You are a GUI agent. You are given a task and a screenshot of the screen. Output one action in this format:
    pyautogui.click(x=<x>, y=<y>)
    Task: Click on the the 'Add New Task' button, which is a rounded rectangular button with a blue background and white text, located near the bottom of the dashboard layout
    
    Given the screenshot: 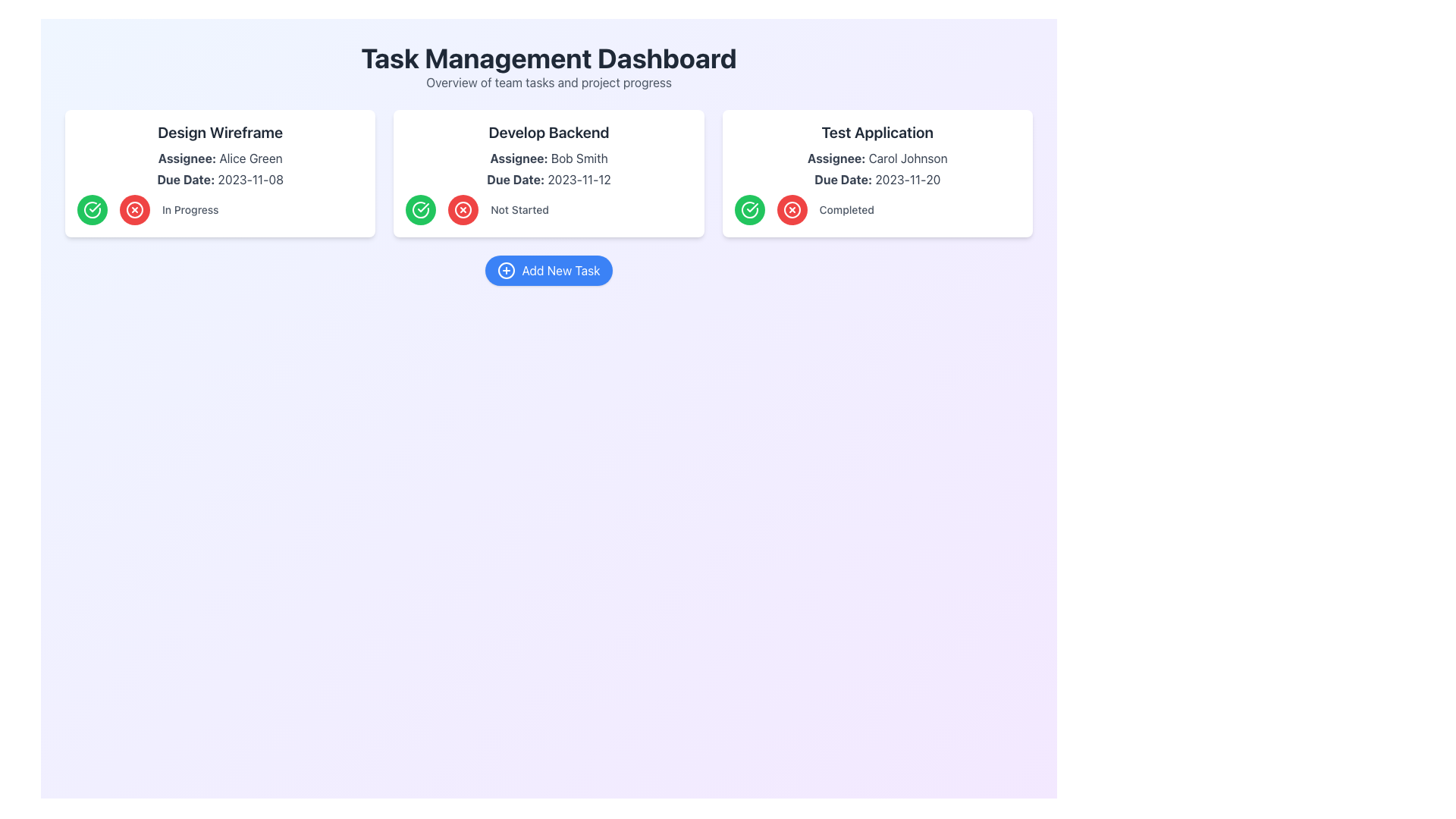 What is the action you would take?
    pyautogui.click(x=548, y=270)
    